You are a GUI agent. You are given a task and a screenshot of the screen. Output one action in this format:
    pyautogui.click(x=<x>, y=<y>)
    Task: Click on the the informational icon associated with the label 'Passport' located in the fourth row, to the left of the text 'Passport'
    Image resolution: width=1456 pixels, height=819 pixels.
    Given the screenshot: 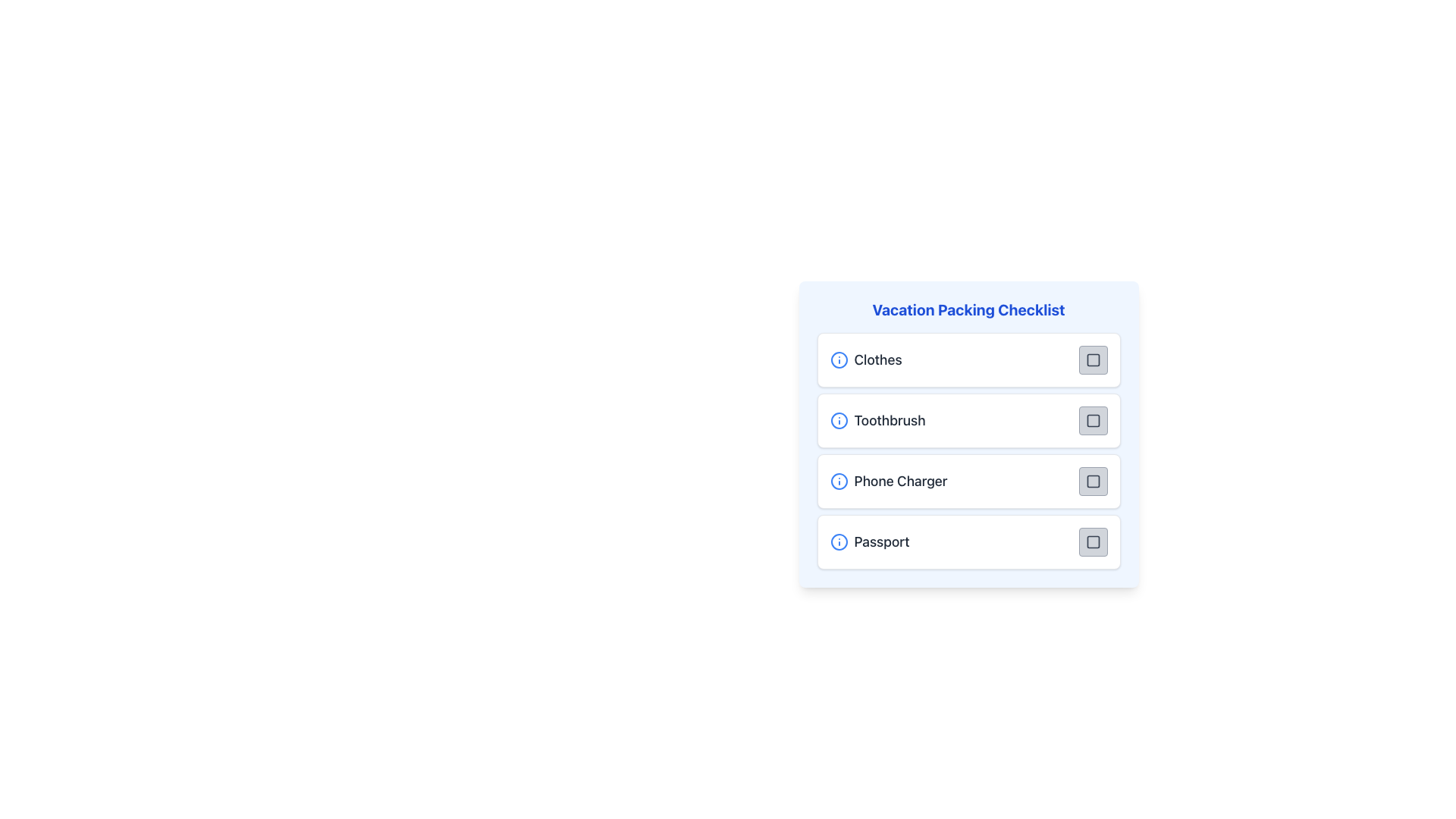 What is the action you would take?
    pyautogui.click(x=838, y=541)
    